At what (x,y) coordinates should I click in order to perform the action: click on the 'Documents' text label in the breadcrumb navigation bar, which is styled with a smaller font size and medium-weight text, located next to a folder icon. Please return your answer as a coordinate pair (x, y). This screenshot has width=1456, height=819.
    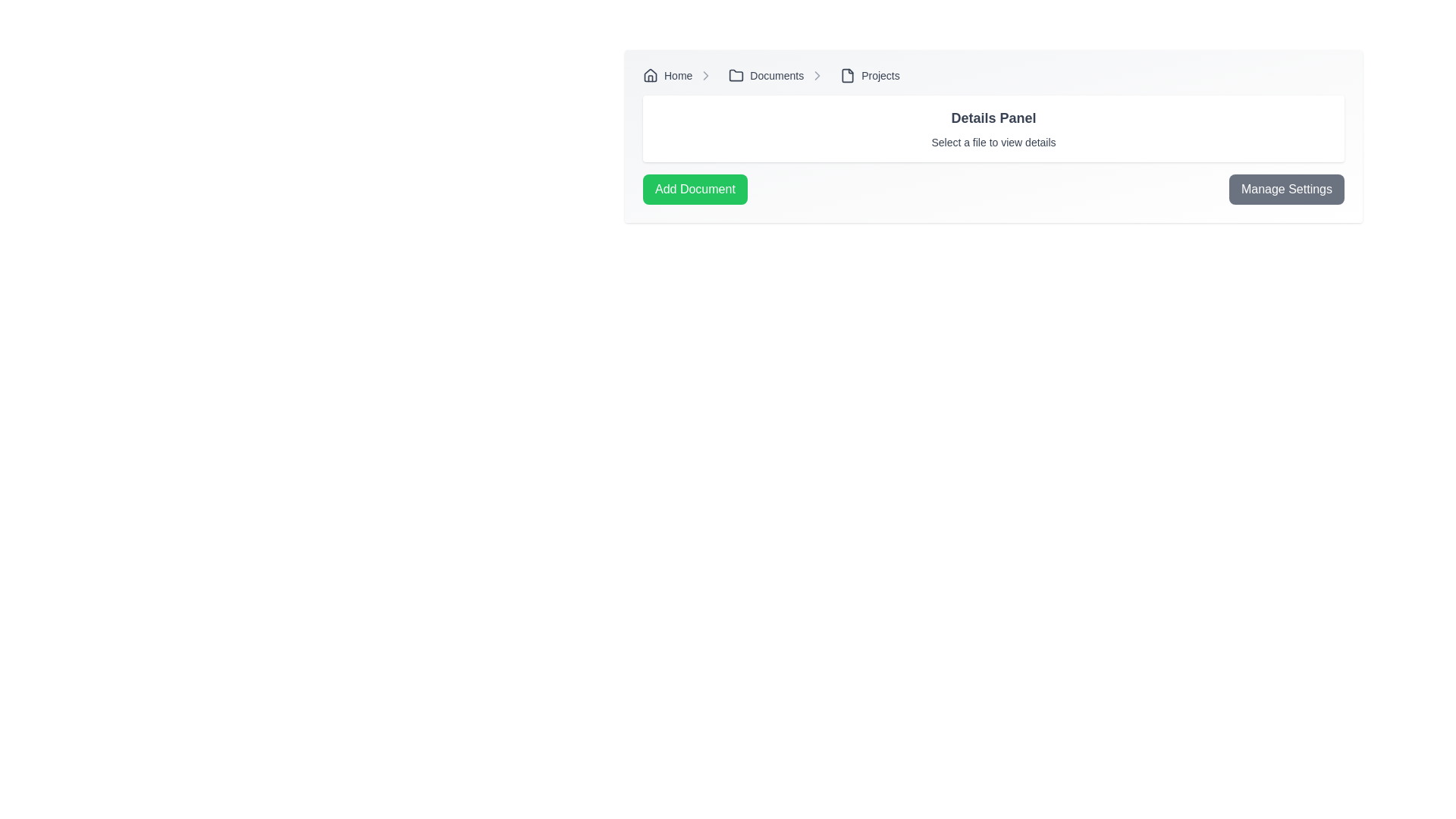
    Looking at the image, I should click on (777, 76).